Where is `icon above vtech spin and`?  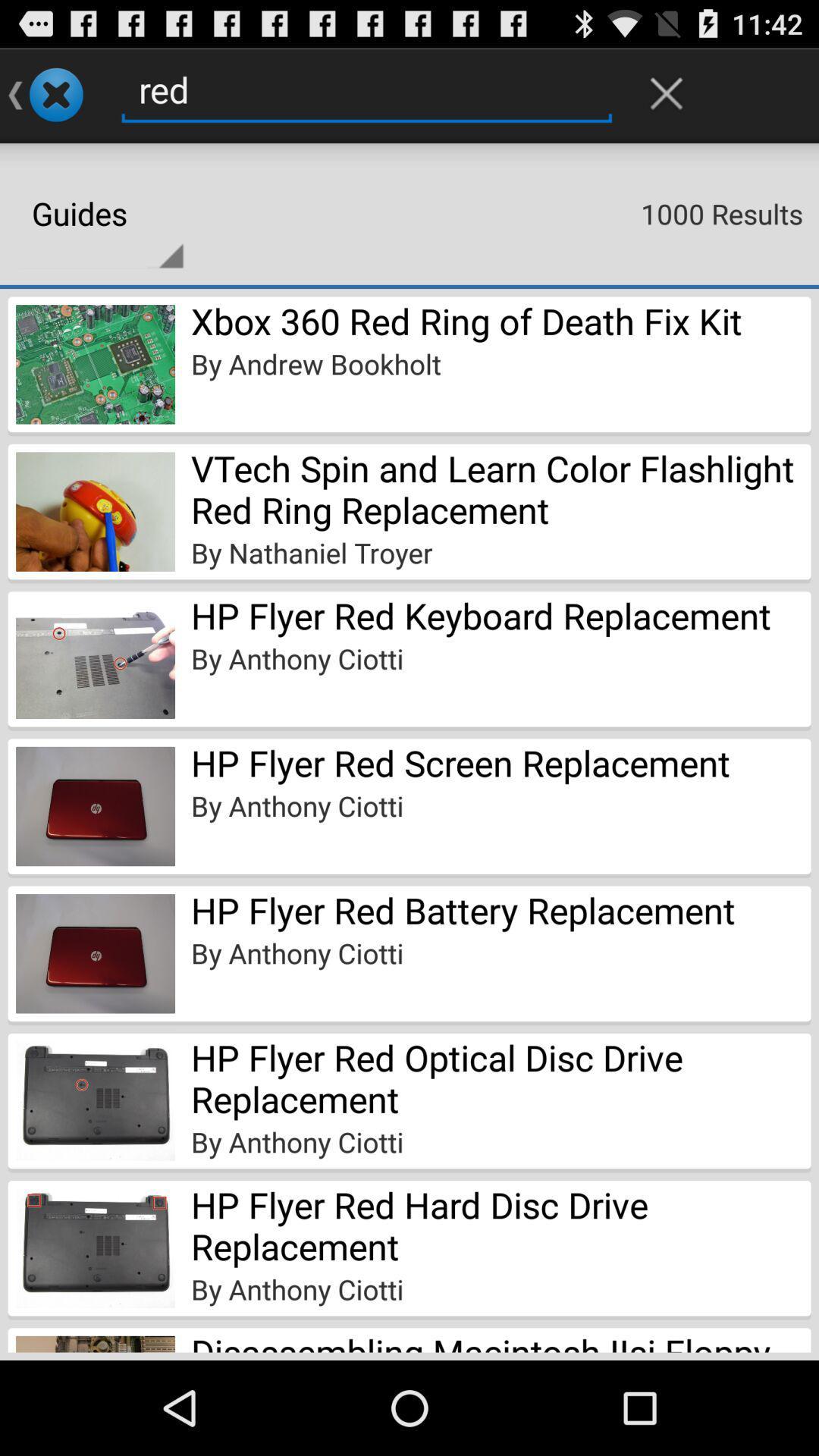 icon above vtech spin and is located at coordinates (315, 364).